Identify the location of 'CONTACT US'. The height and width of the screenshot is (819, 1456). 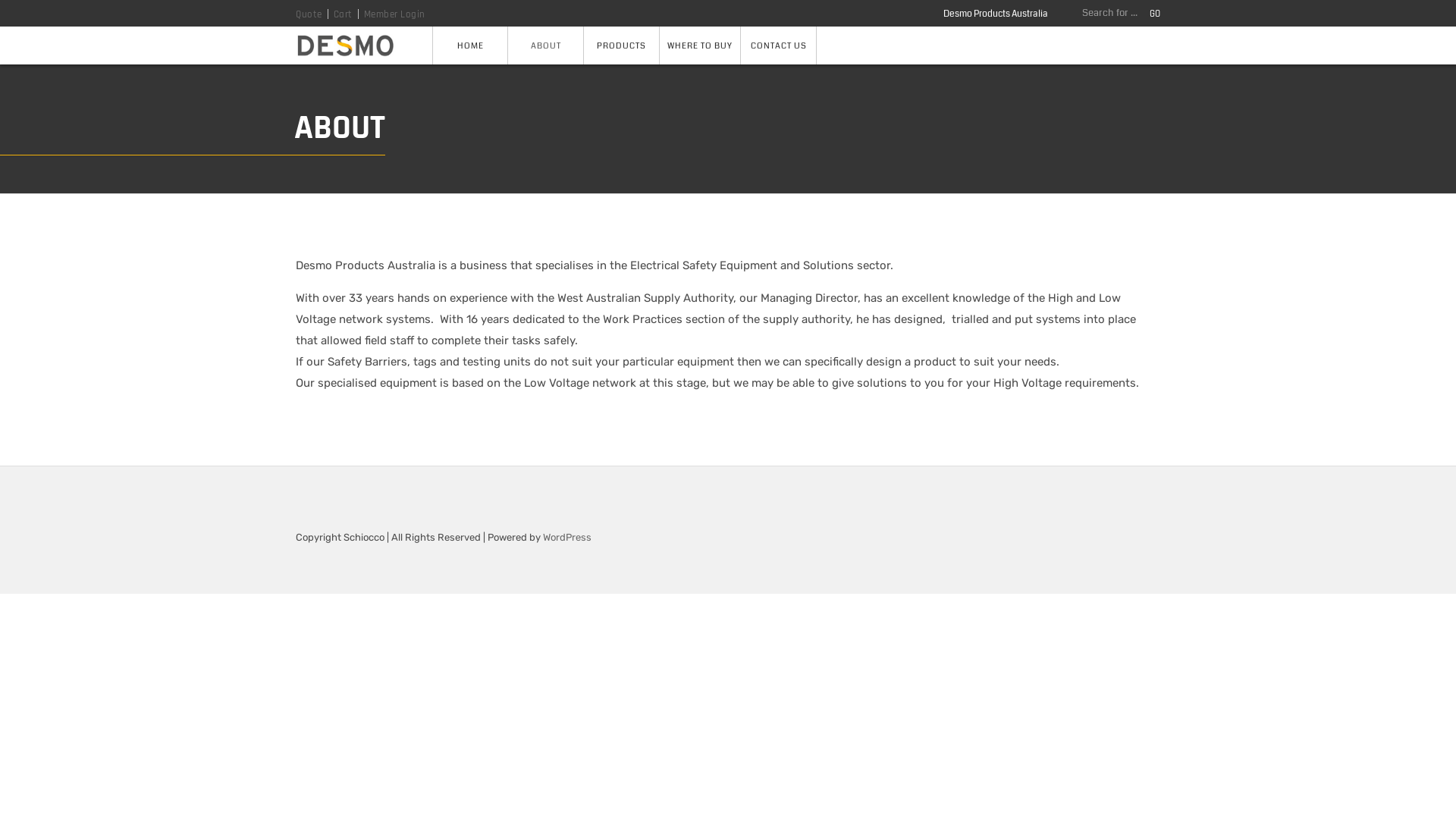
(779, 45).